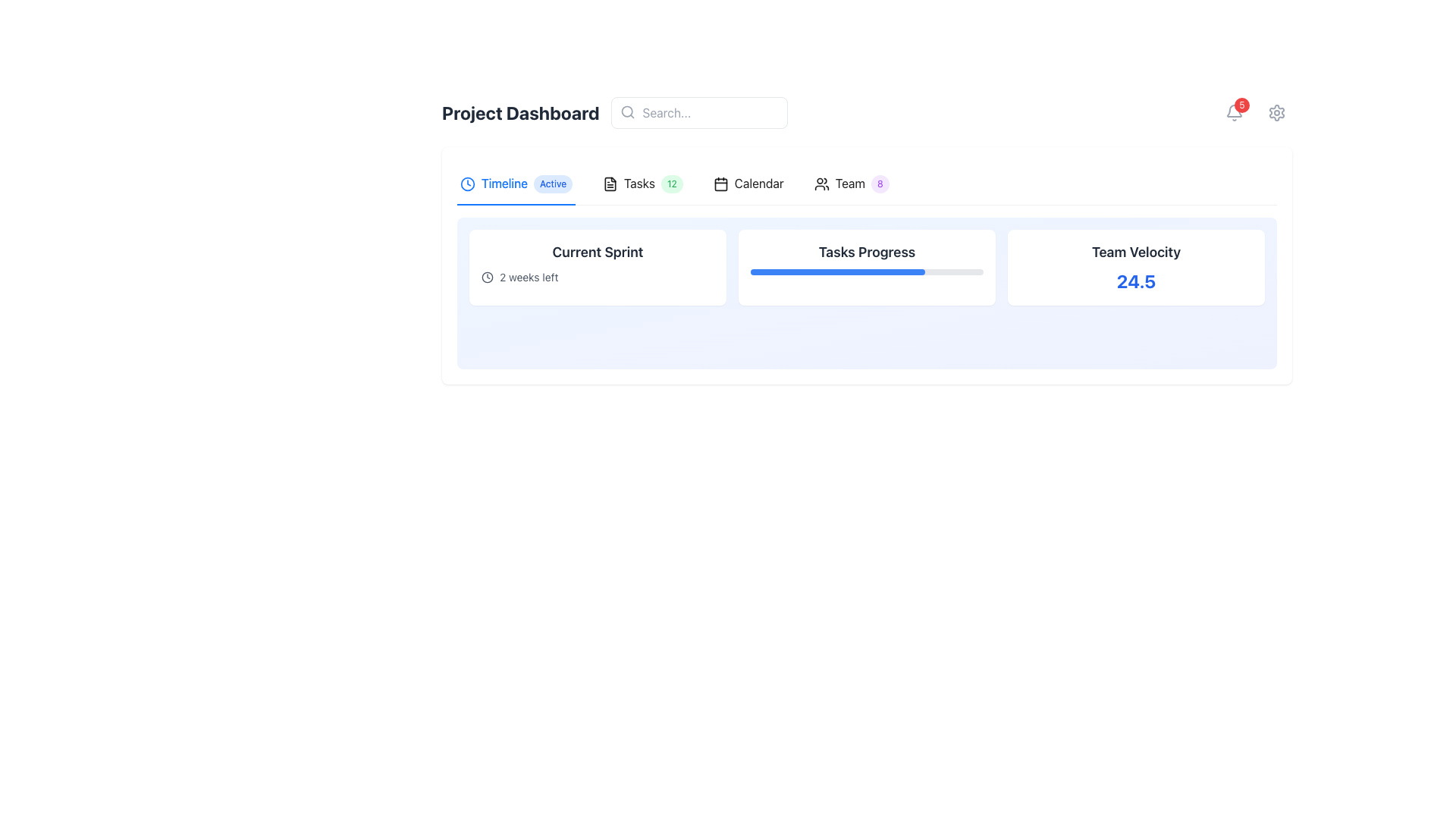 The height and width of the screenshot is (819, 1456). What do you see at coordinates (748, 183) in the screenshot?
I see `the 'Calendar' tab in the navigation bar` at bounding box center [748, 183].